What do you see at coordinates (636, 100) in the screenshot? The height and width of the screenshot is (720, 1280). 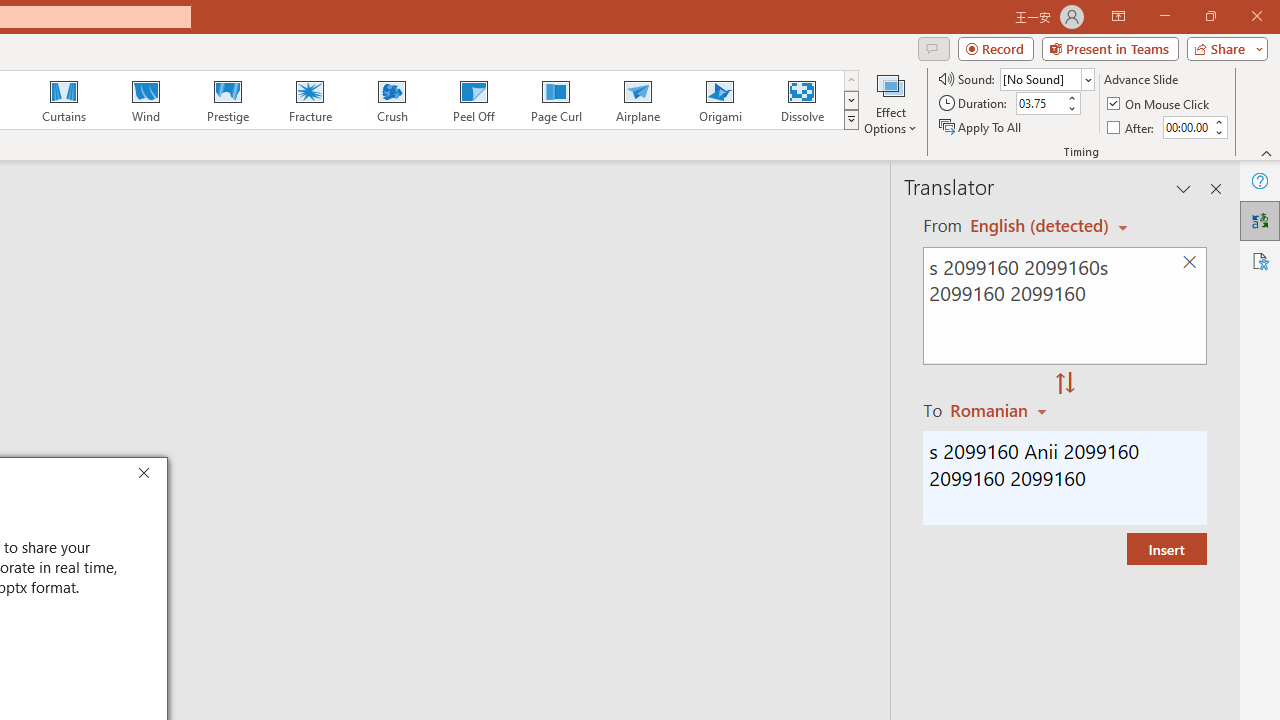 I see `'Airplane'` at bounding box center [636, 100].